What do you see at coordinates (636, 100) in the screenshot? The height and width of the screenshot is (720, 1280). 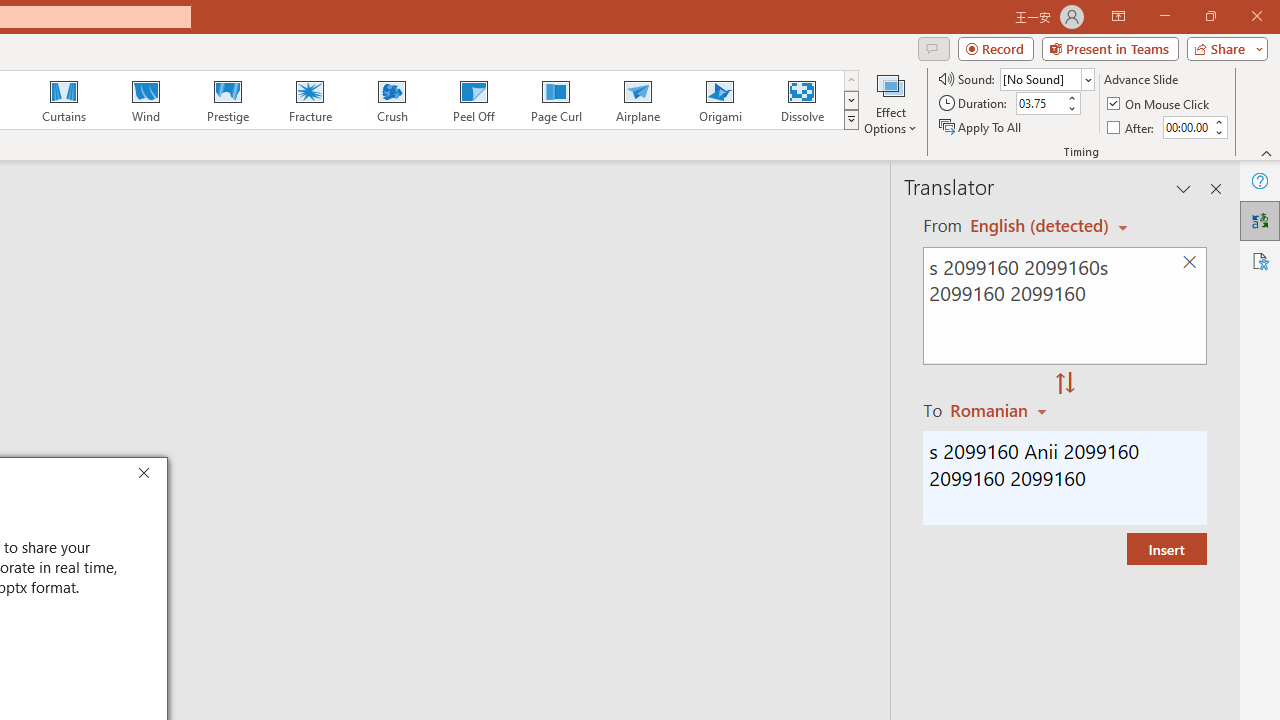 I see `'Airplane'` at bounding box center [636, 100].